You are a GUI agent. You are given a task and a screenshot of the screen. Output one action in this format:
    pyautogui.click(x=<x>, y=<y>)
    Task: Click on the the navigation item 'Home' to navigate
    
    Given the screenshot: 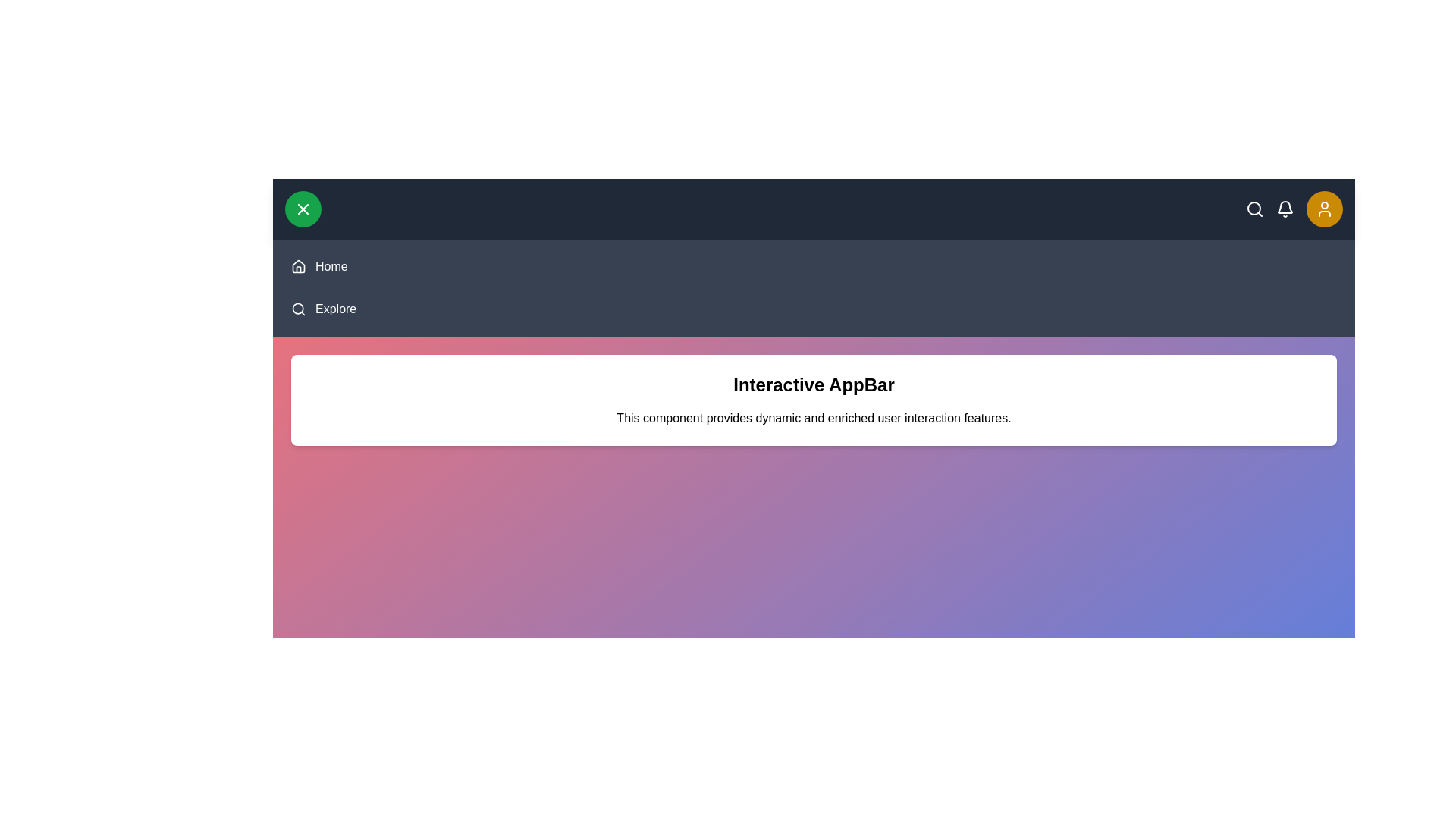 What is the action you would take?
    pyautogui.click(x=330, y=265)
    